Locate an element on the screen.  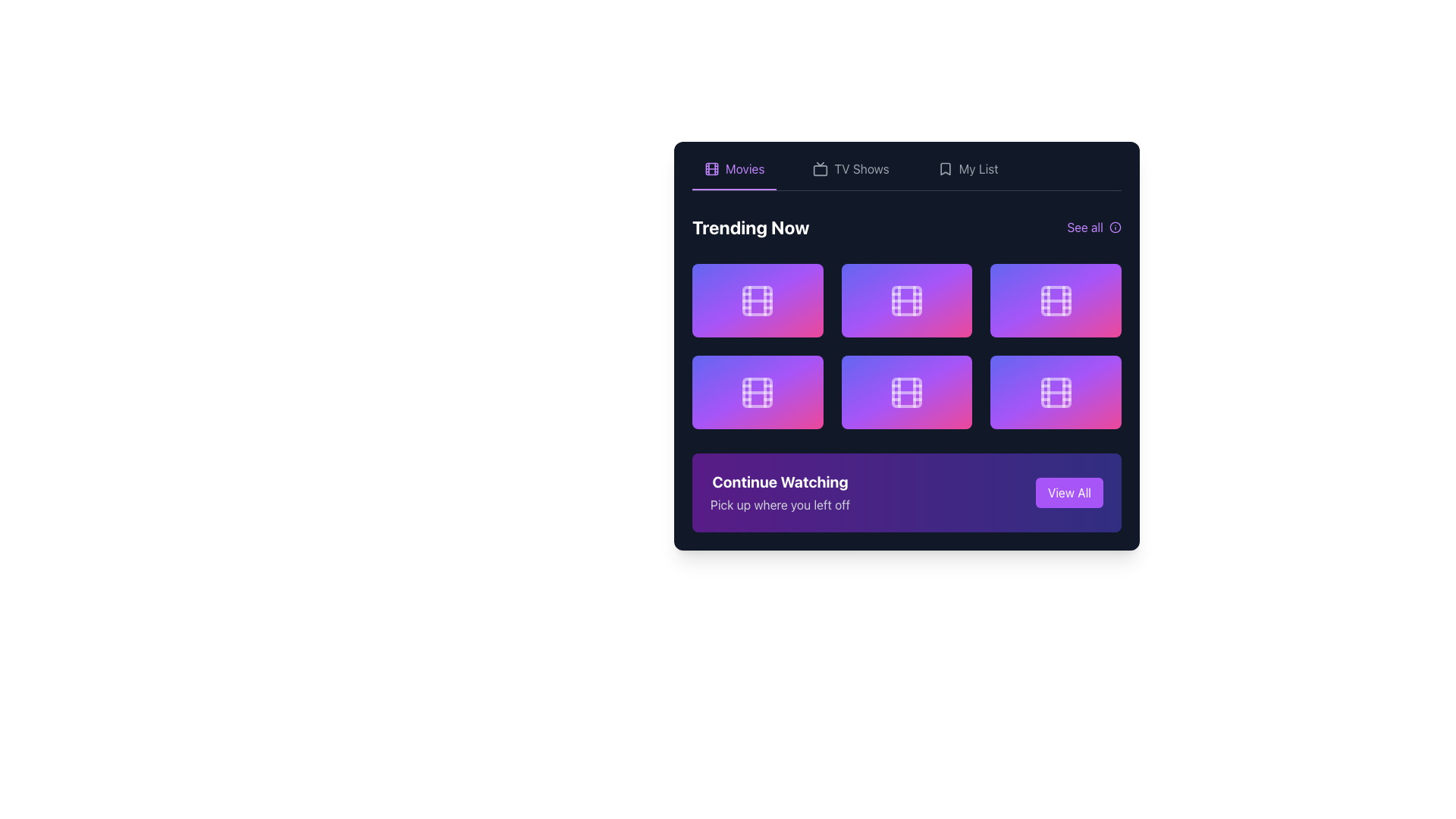
the interactive text label 'See all' in the upper-right corner of the 'Trending Now' panel is located at coordinates (1084, 227).